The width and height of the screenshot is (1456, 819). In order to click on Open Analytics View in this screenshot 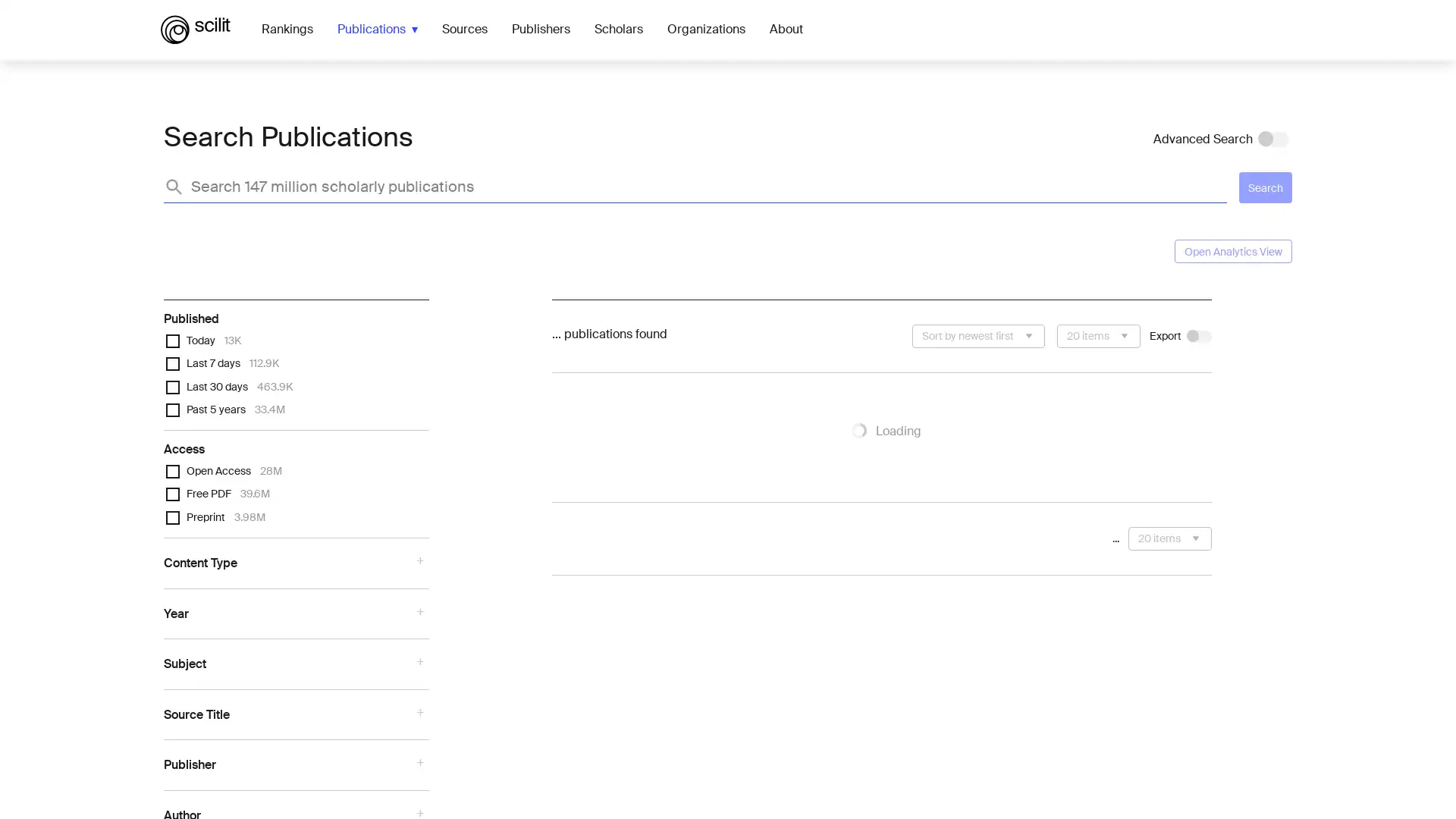, I will do `click(1233, 250)`.